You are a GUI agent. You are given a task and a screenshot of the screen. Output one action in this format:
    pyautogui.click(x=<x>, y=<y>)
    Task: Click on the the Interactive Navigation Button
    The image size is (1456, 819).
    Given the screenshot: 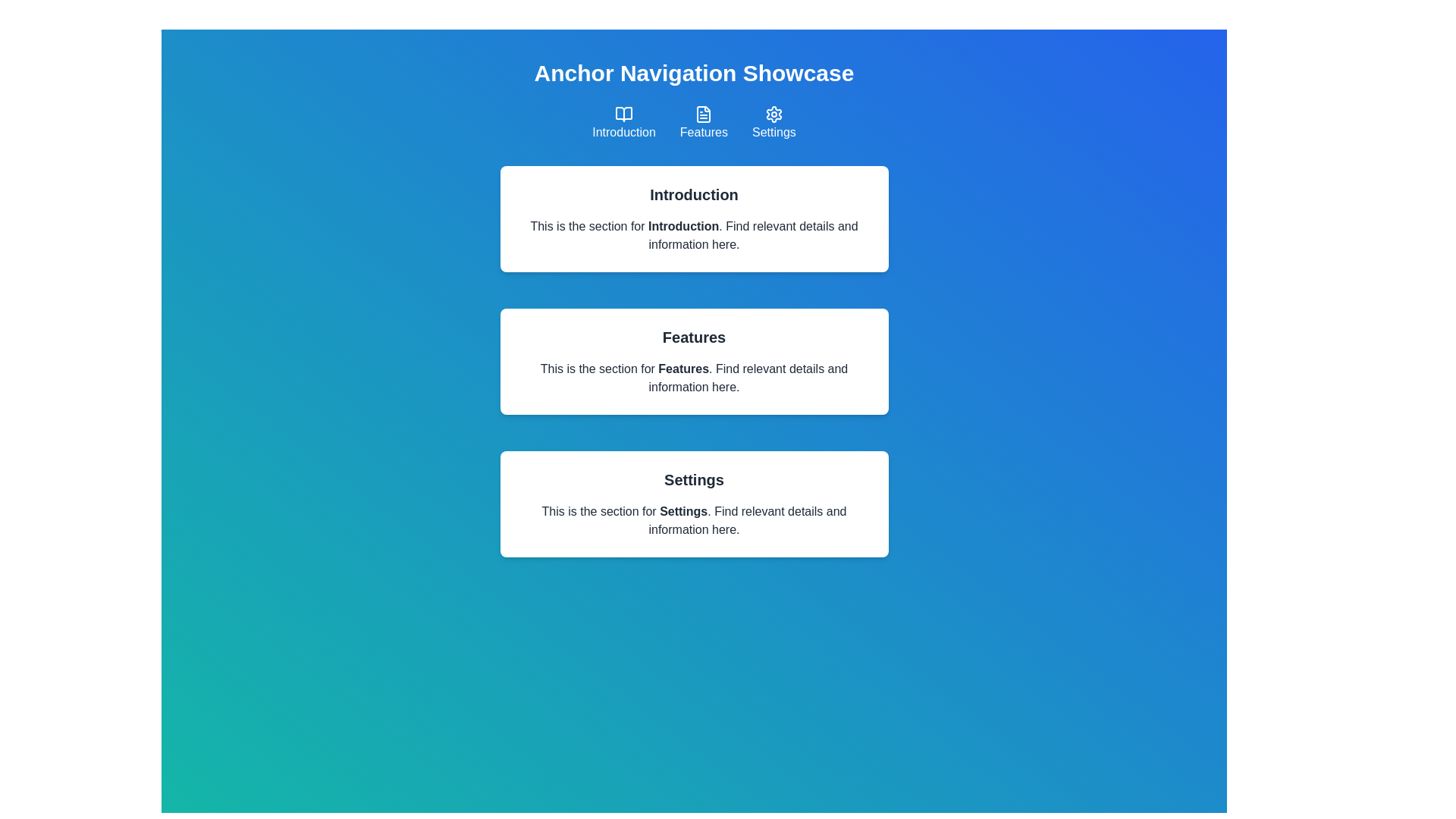 What is the action you would take?
    pyautogui.click(x=624, y=122)
    